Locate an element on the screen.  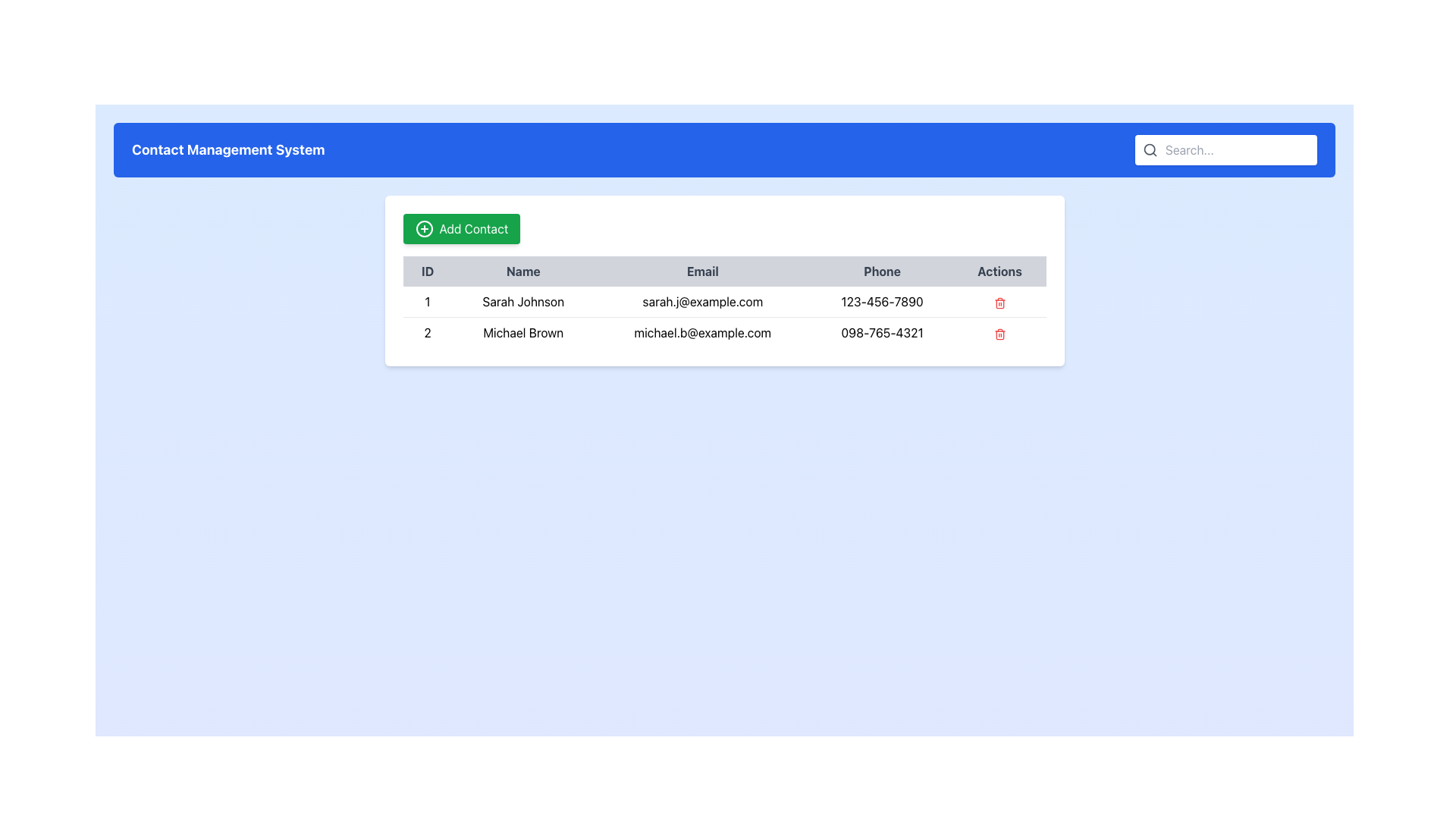
the static text label displaying the phone number '098-765-4321' located in the 'Phone' column of the second row is located at coordinates (882, 331).